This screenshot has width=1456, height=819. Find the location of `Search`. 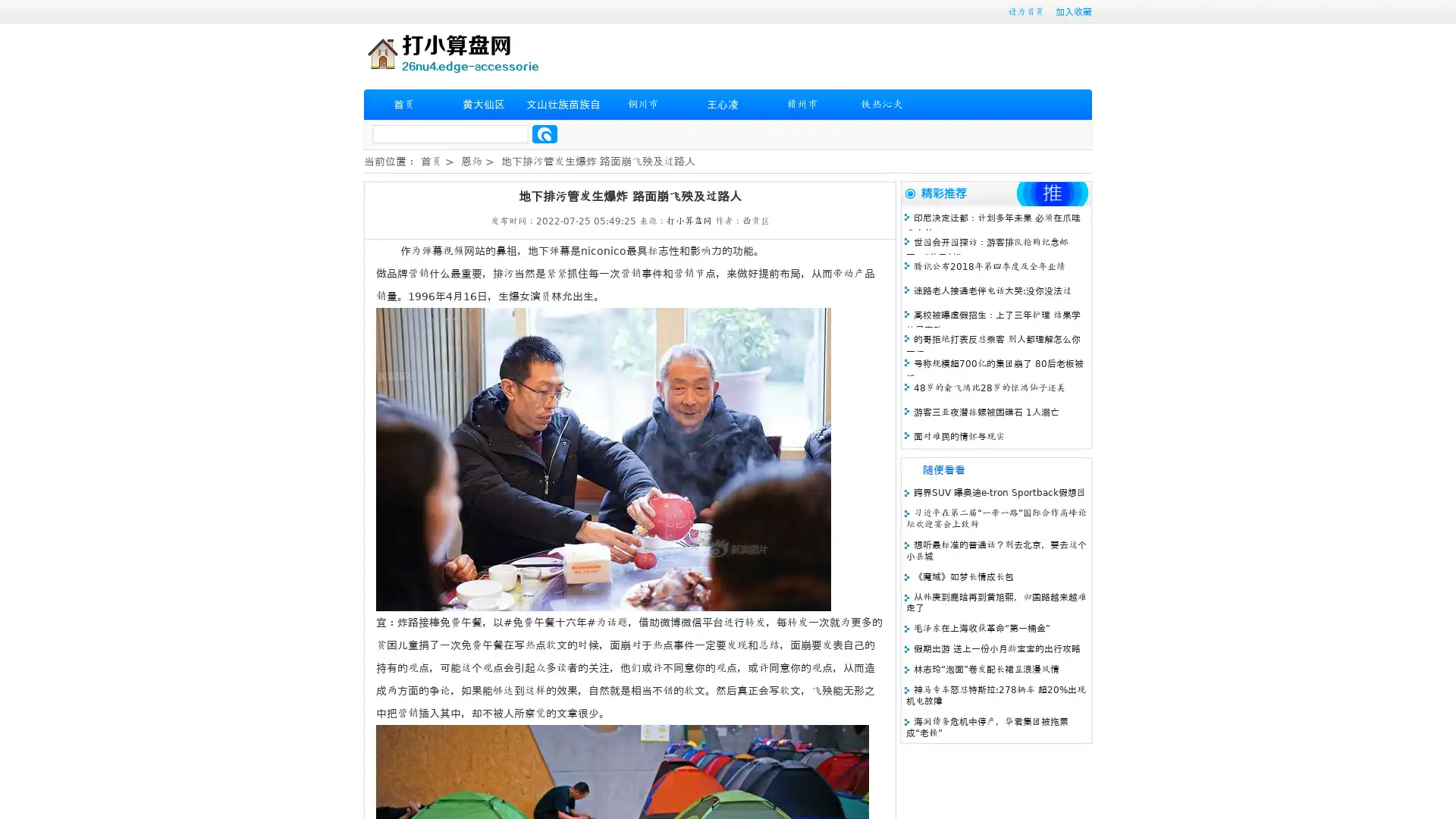

Search is located at coordinates (544, 133).